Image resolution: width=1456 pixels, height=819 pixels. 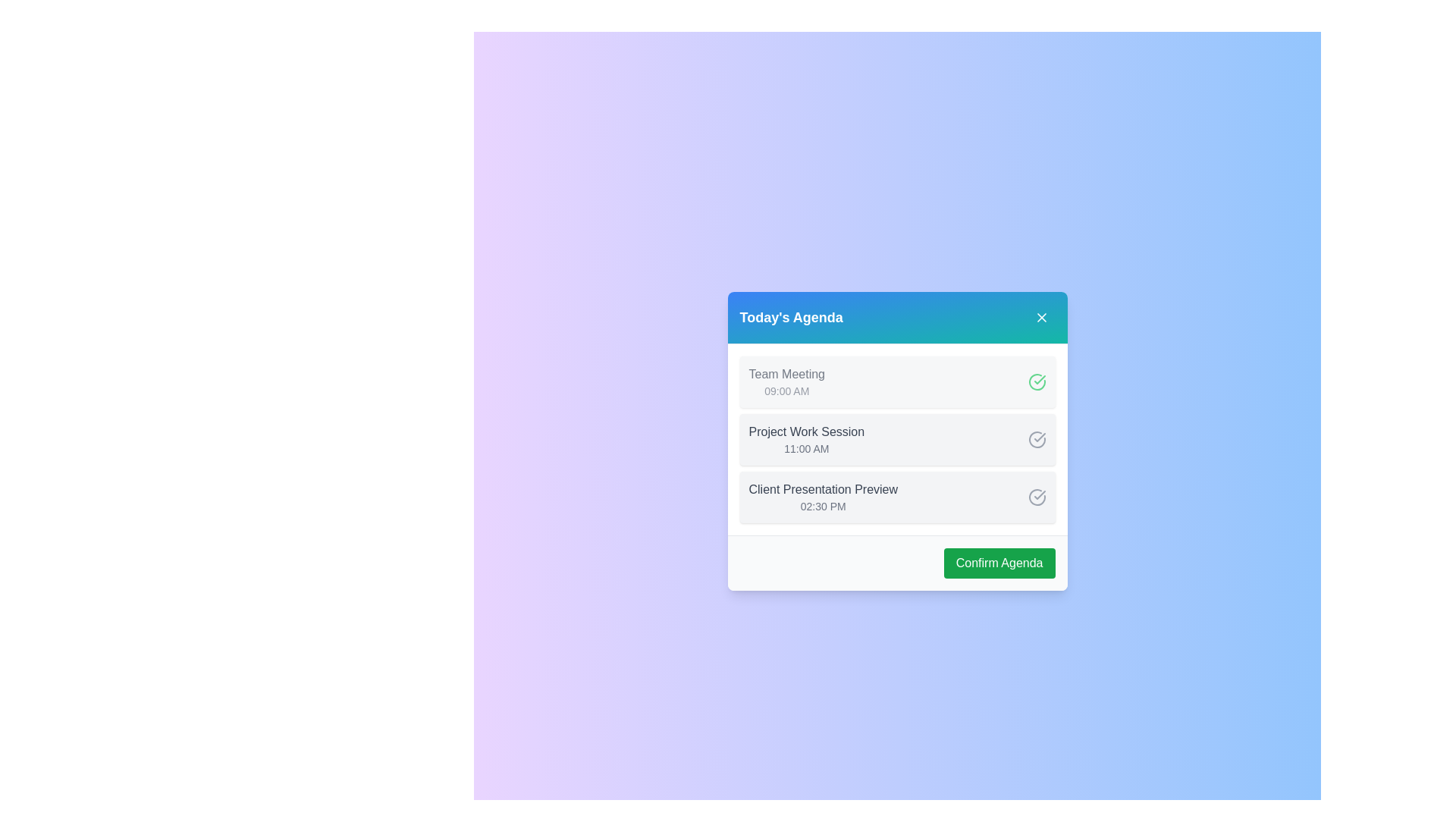 What do you see at coordinates (999, 563) in the screenshot?
I see `the 'Confirm Agenda' button to finalize the tasks` at bounding box center [999, 563].